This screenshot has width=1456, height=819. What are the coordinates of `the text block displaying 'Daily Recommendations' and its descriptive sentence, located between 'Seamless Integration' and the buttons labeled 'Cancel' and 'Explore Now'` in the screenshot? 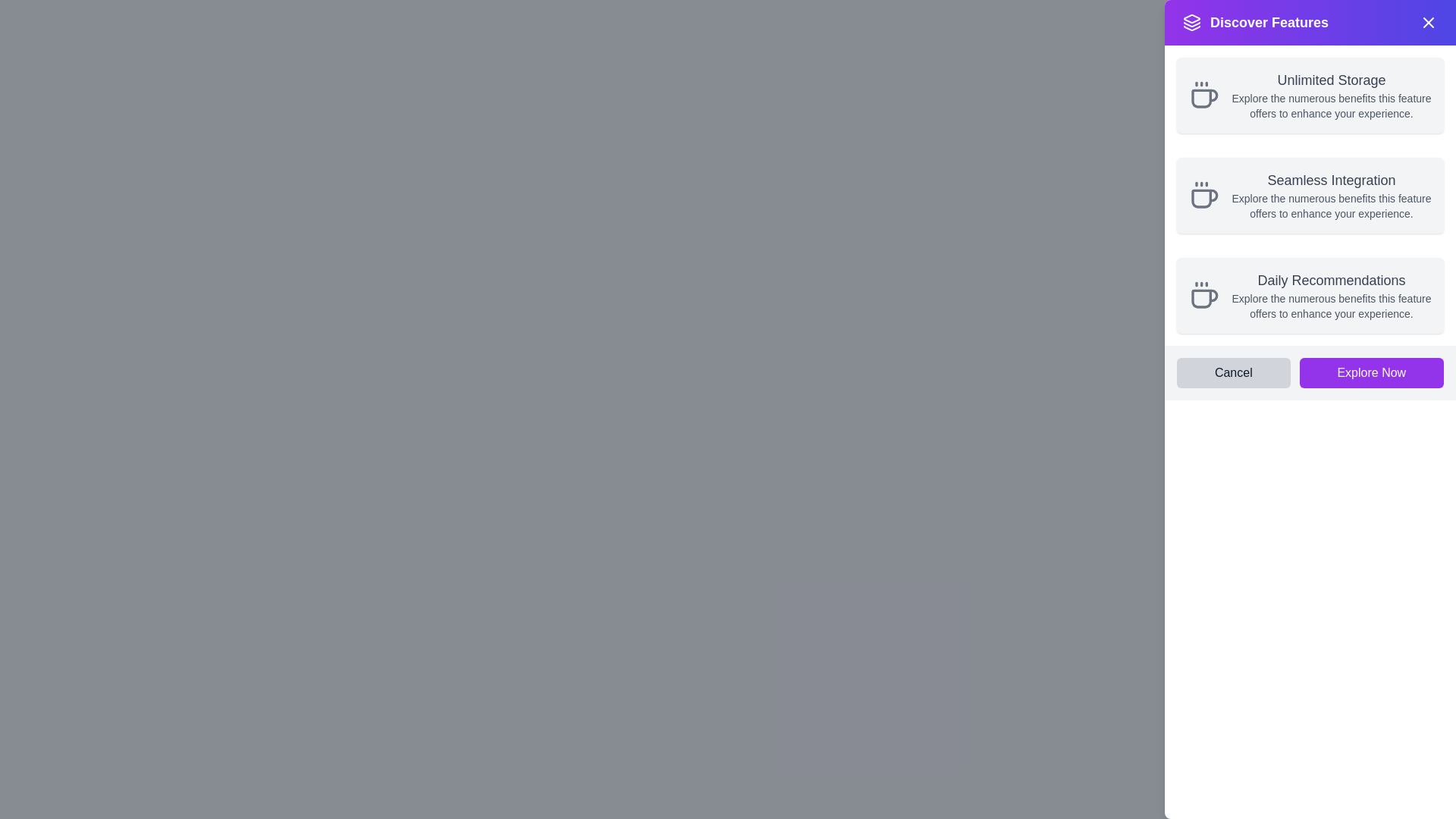 It's located at (1331, 295).